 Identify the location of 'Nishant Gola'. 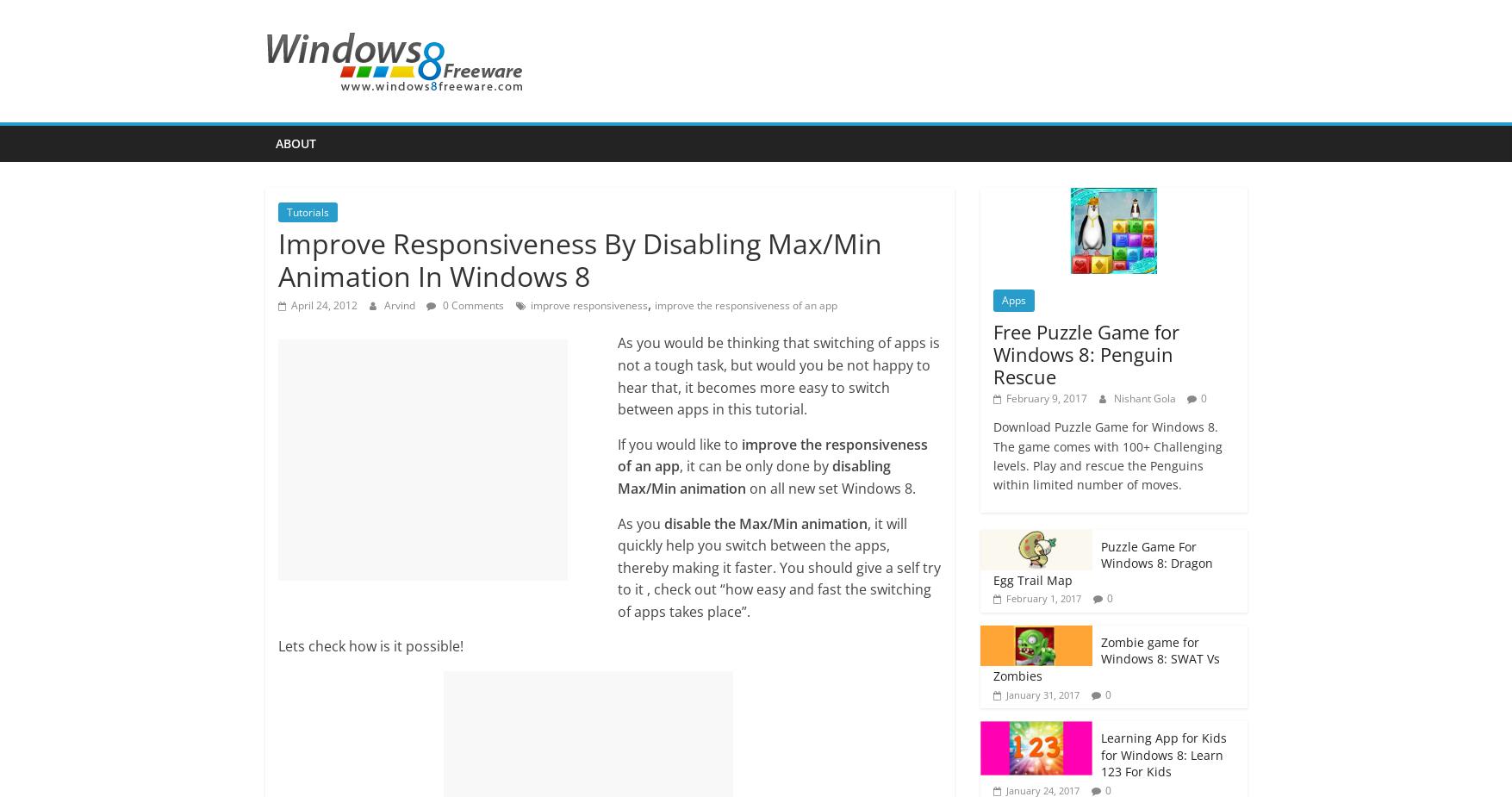
(1144, 396).